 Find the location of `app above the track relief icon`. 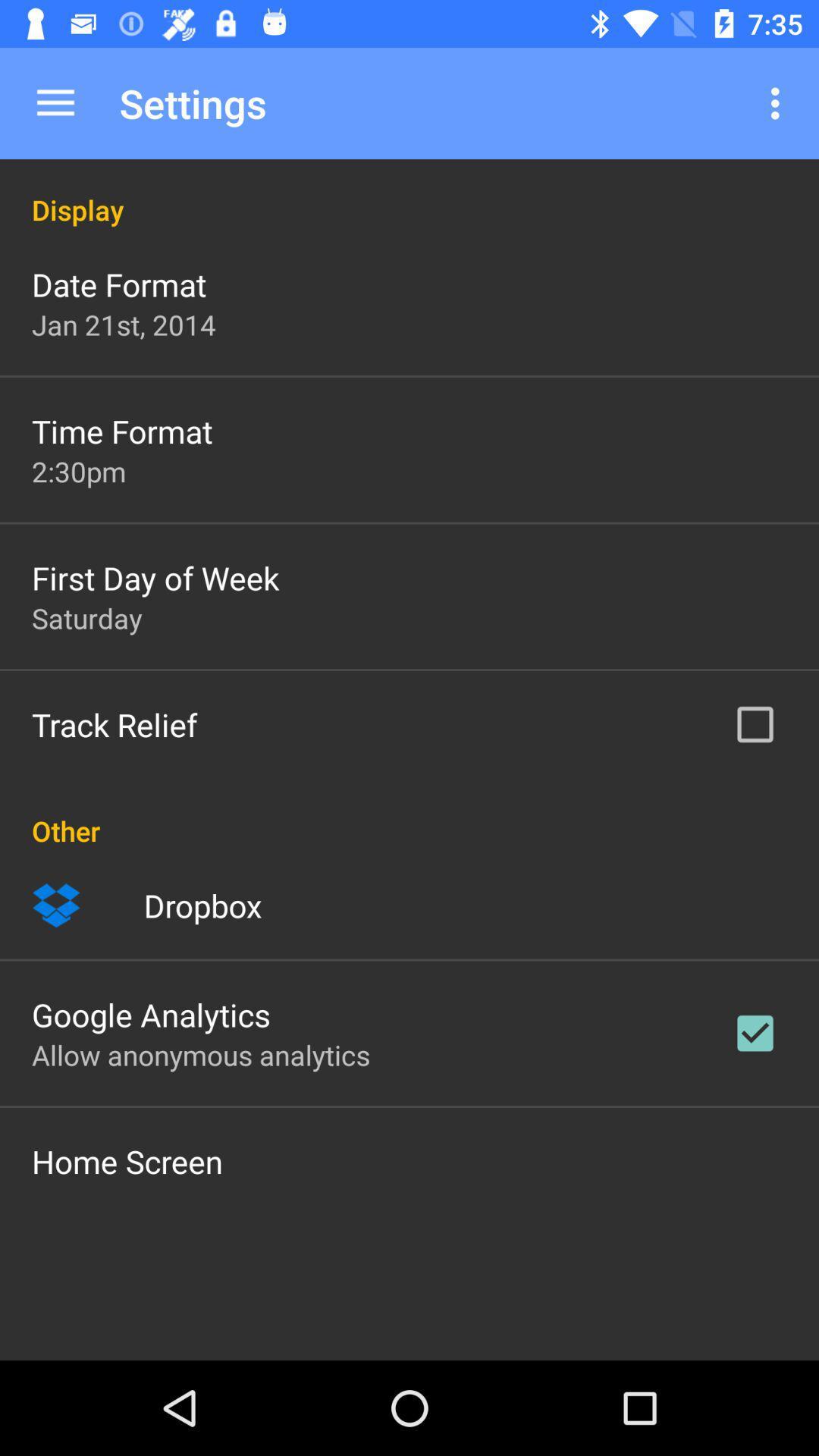

app above the track relief icon is located at coordinates (86, 618).